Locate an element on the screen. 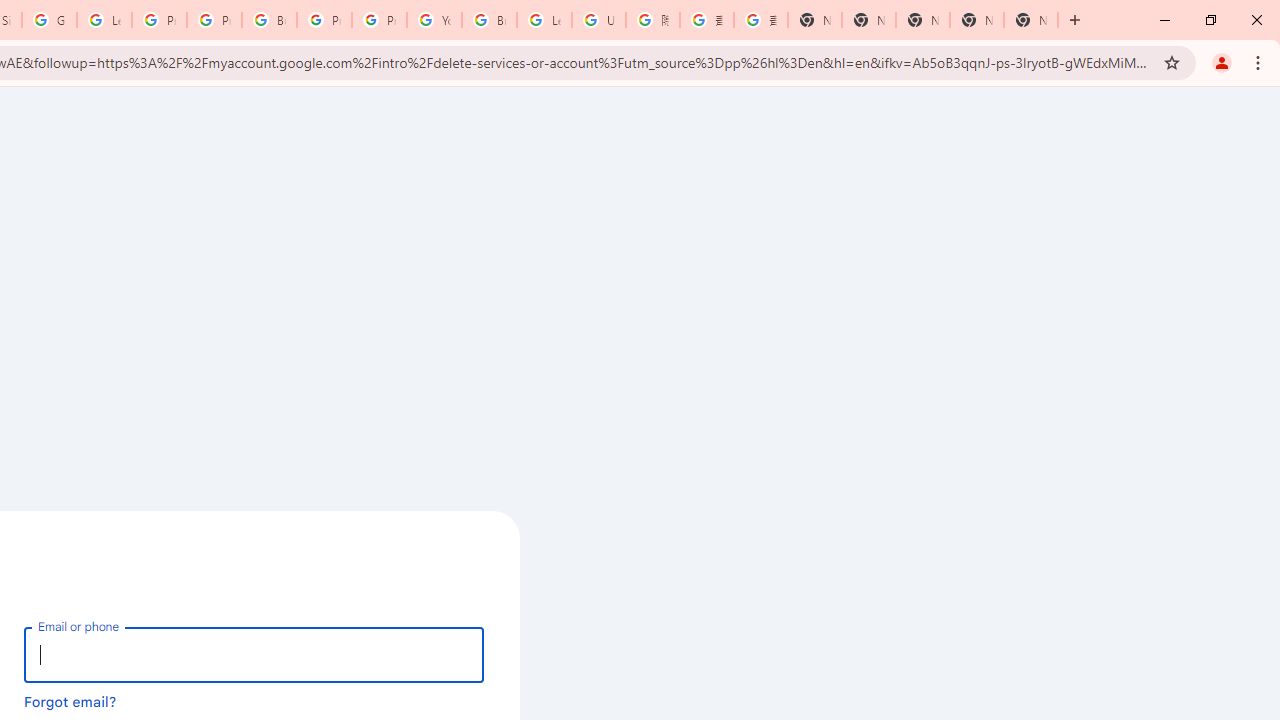 This screenshot has width=1280, height=720. 'Forgot email?' is located at coordinates (70, 700).